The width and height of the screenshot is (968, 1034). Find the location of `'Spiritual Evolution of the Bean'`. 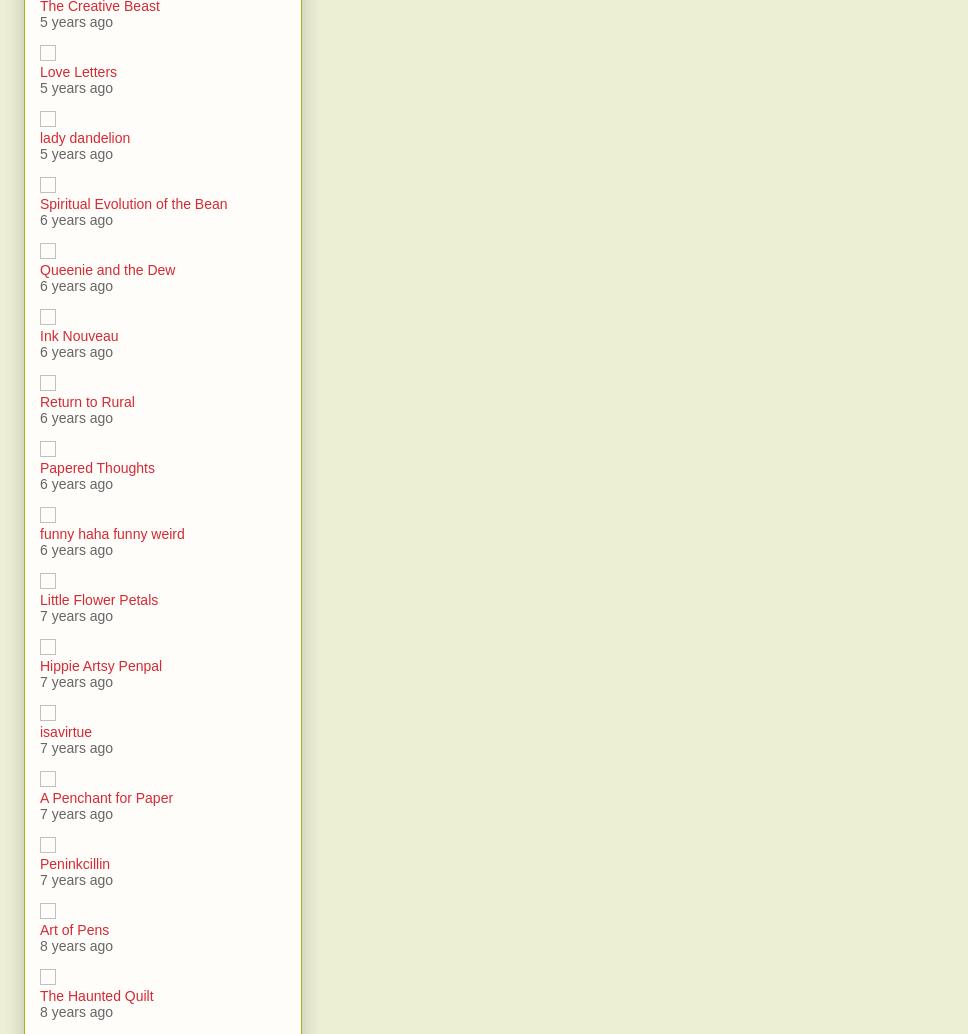

'Spiritual Evolution of the Bean' is located at coordinates (132, 202).